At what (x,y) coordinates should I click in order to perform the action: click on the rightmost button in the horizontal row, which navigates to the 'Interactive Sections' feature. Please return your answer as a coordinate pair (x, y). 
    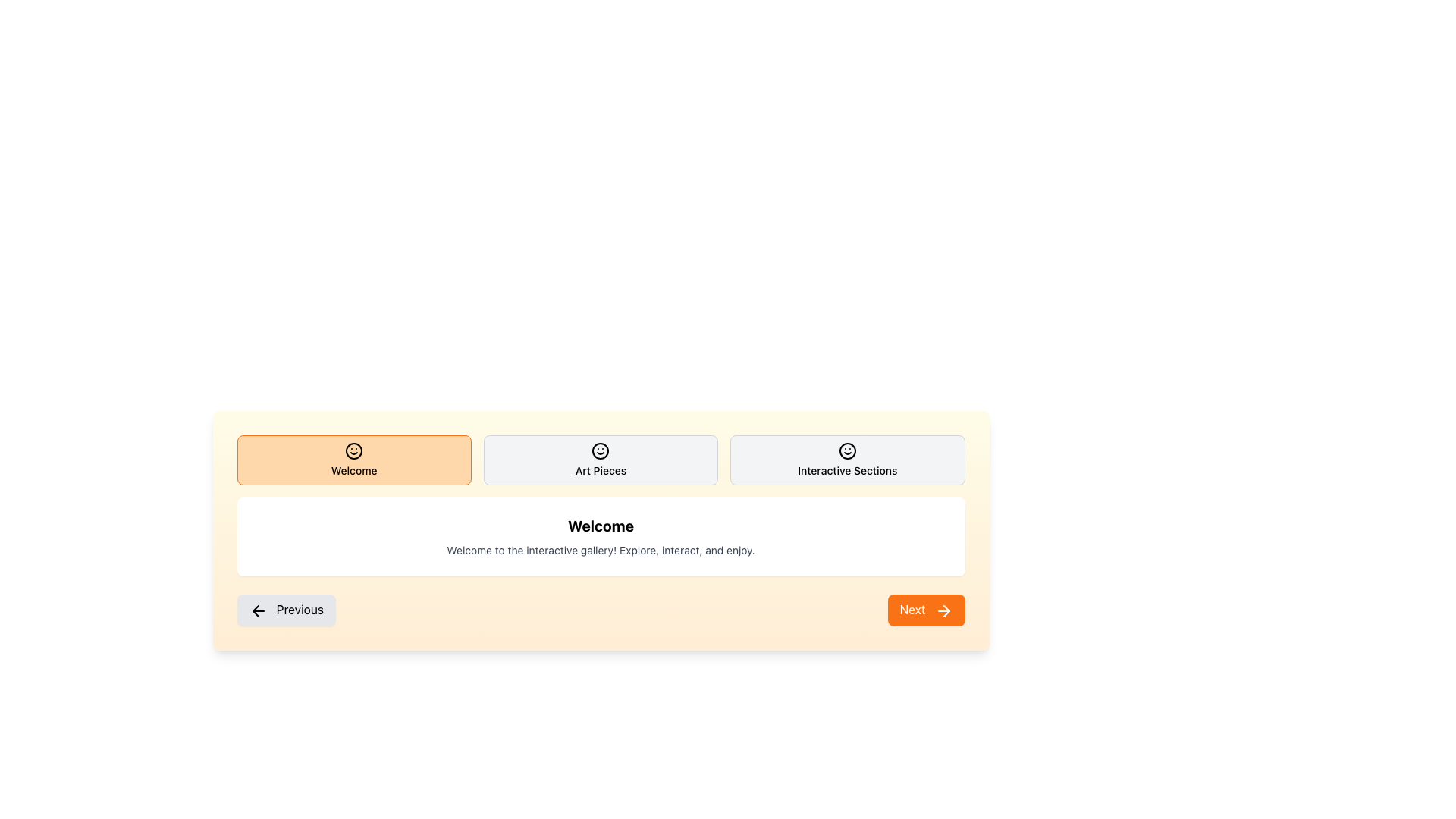
    Looking at the image, I should click on (846, 459).